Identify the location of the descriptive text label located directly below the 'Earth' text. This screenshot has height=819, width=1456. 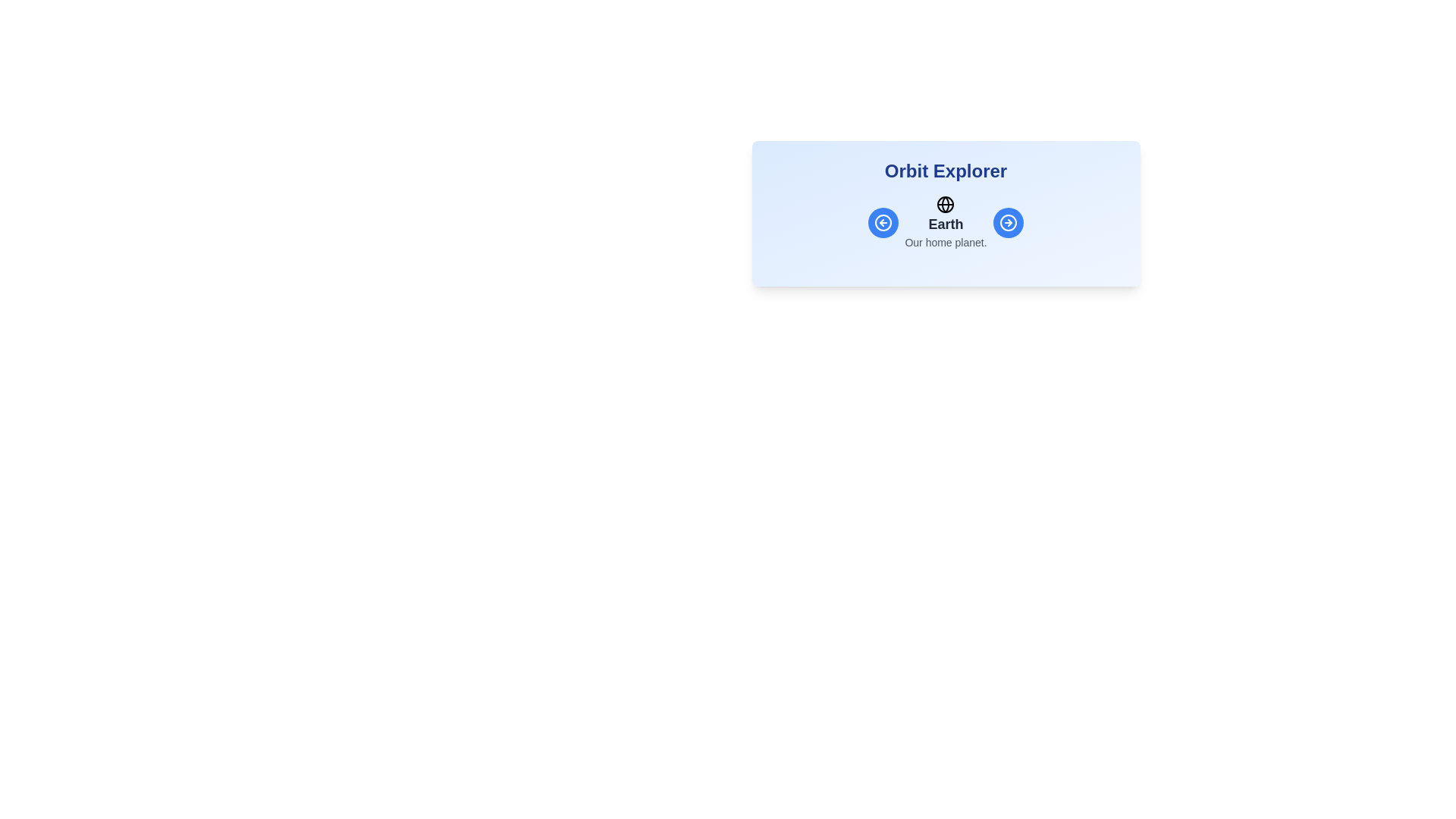
(945, 242).